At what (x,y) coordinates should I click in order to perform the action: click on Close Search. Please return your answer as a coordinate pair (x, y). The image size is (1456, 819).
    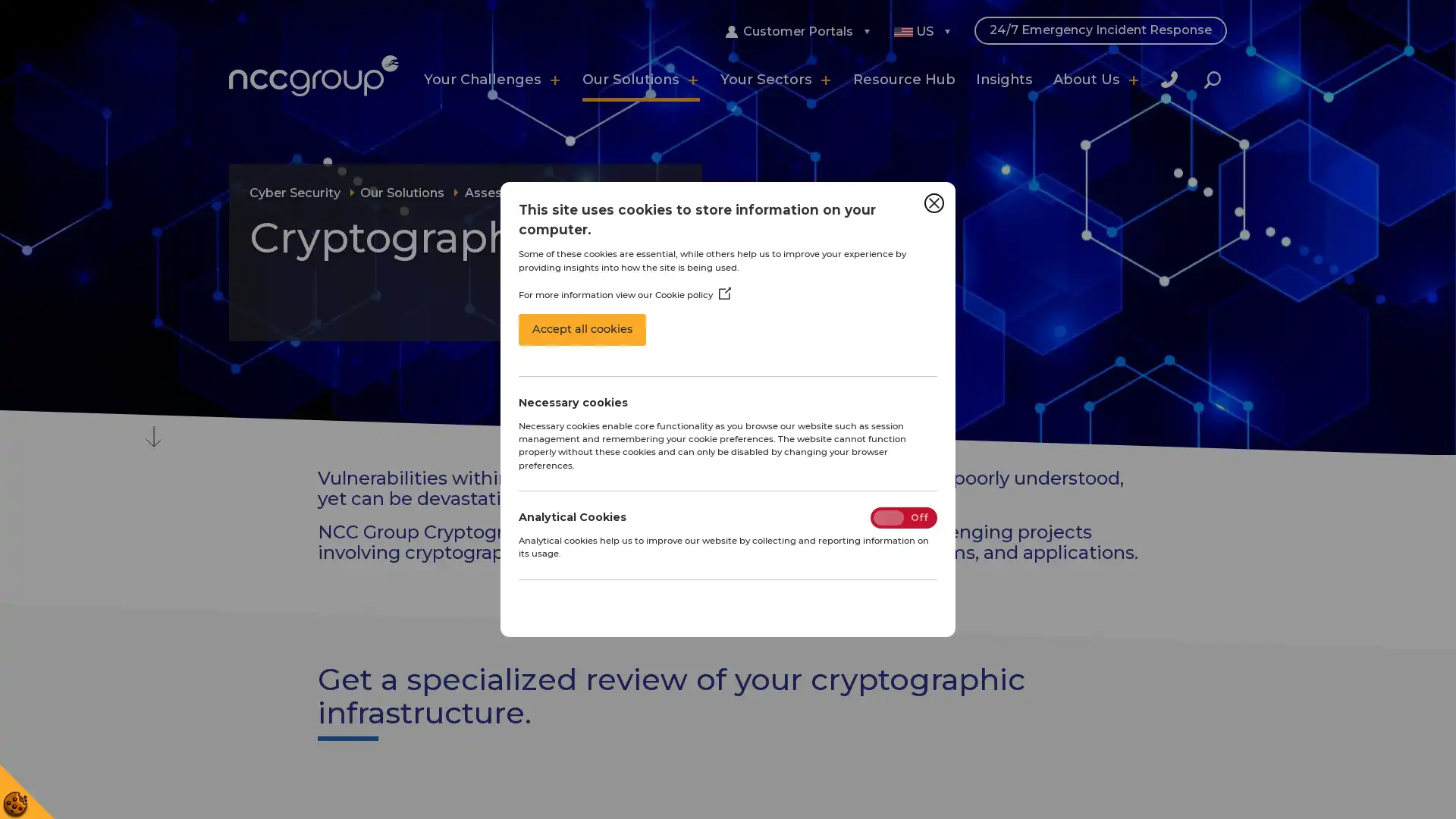
    Looking at the image, I should click on (1163, 133).